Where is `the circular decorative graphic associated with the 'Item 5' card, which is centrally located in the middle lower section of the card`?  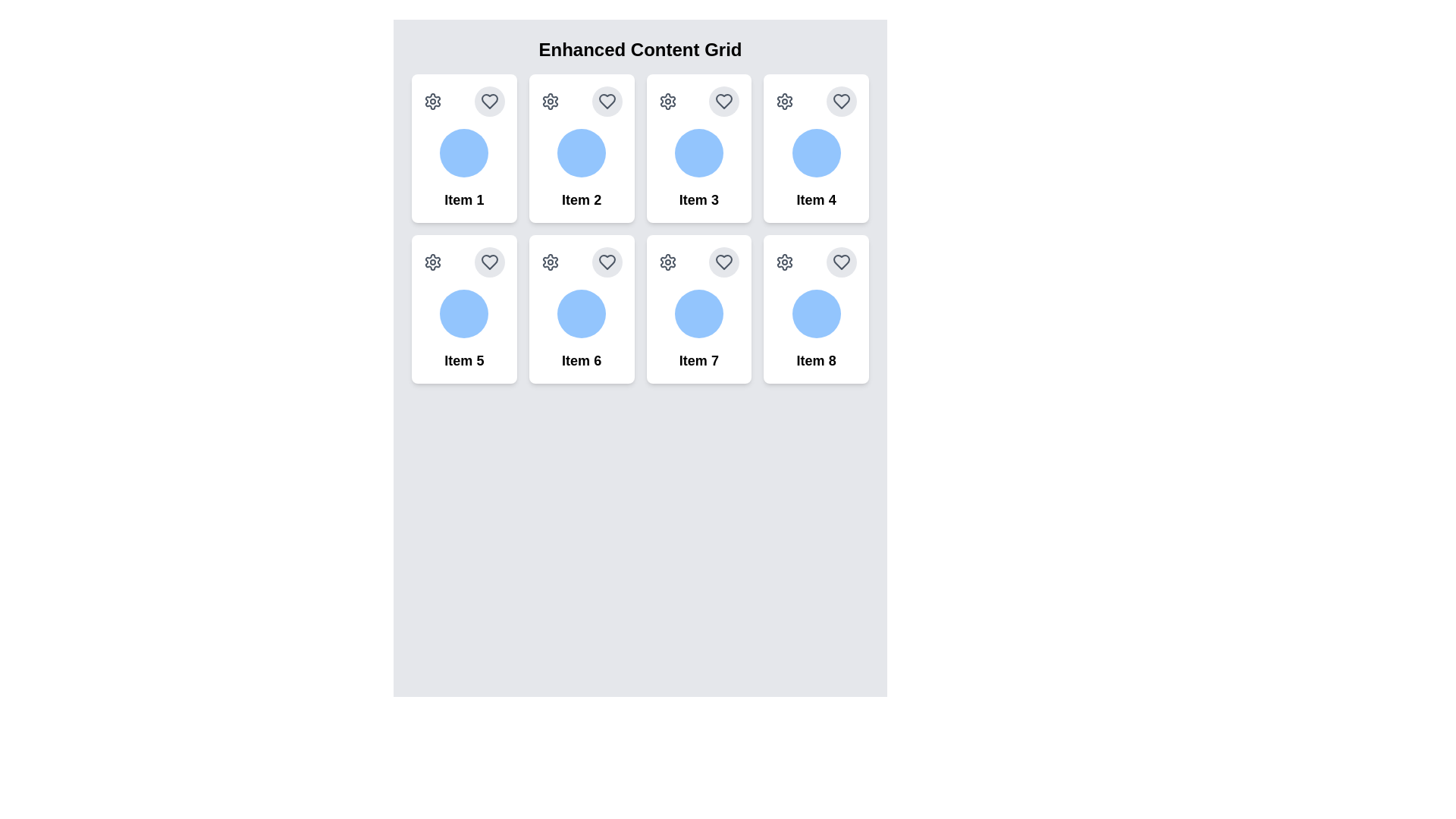
the circular decorative graphic associated with the 'Item 5' card, which is centrally located in the middle lower section of the card is located at coordinates (463, 312).